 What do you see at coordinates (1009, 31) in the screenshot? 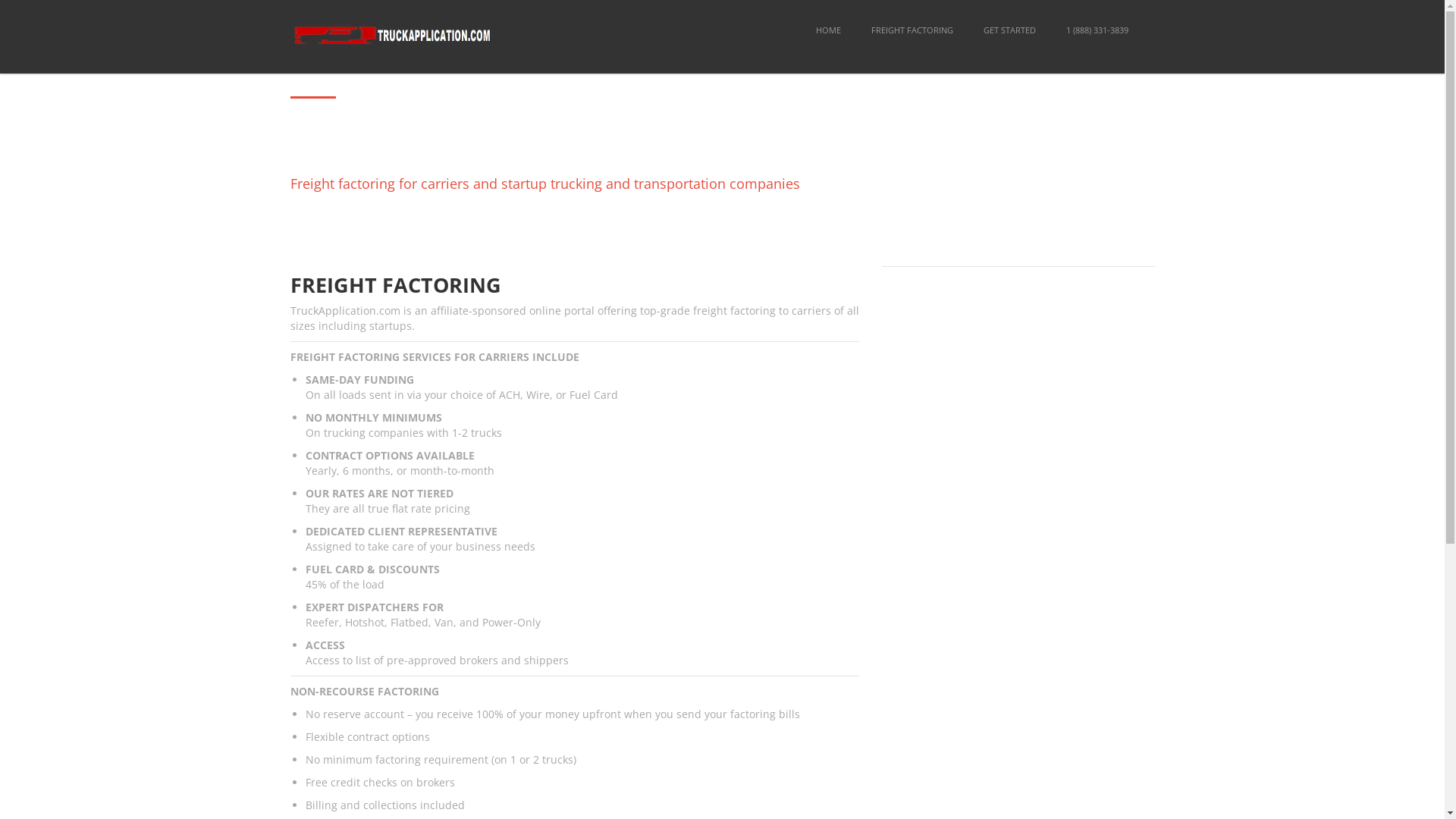
I see `'GET STARTED'` at bounding box center [1009, 31].